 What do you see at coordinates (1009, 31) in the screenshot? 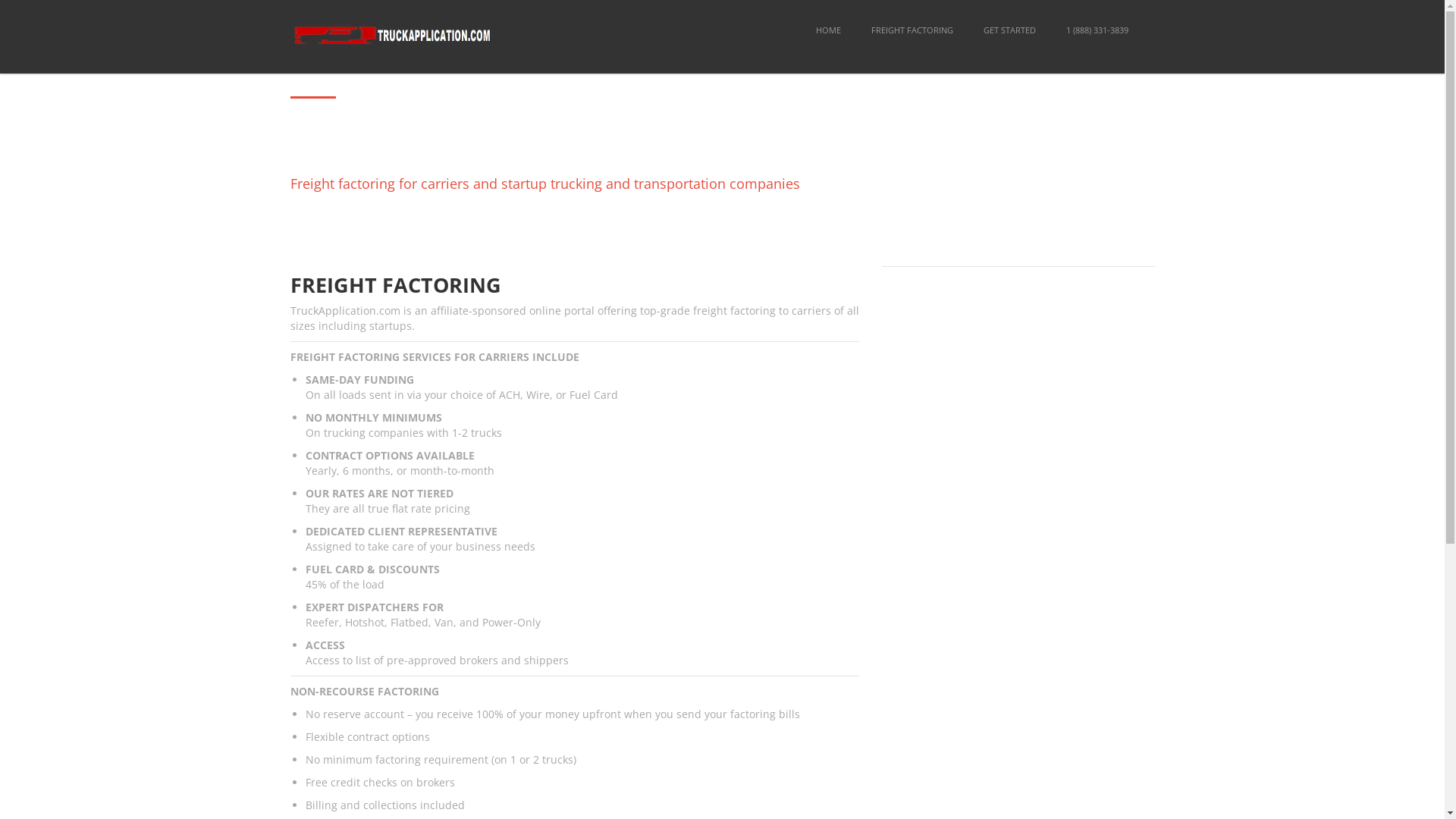
I see `'GET STARTED'` at bounding box center [1009, 31].